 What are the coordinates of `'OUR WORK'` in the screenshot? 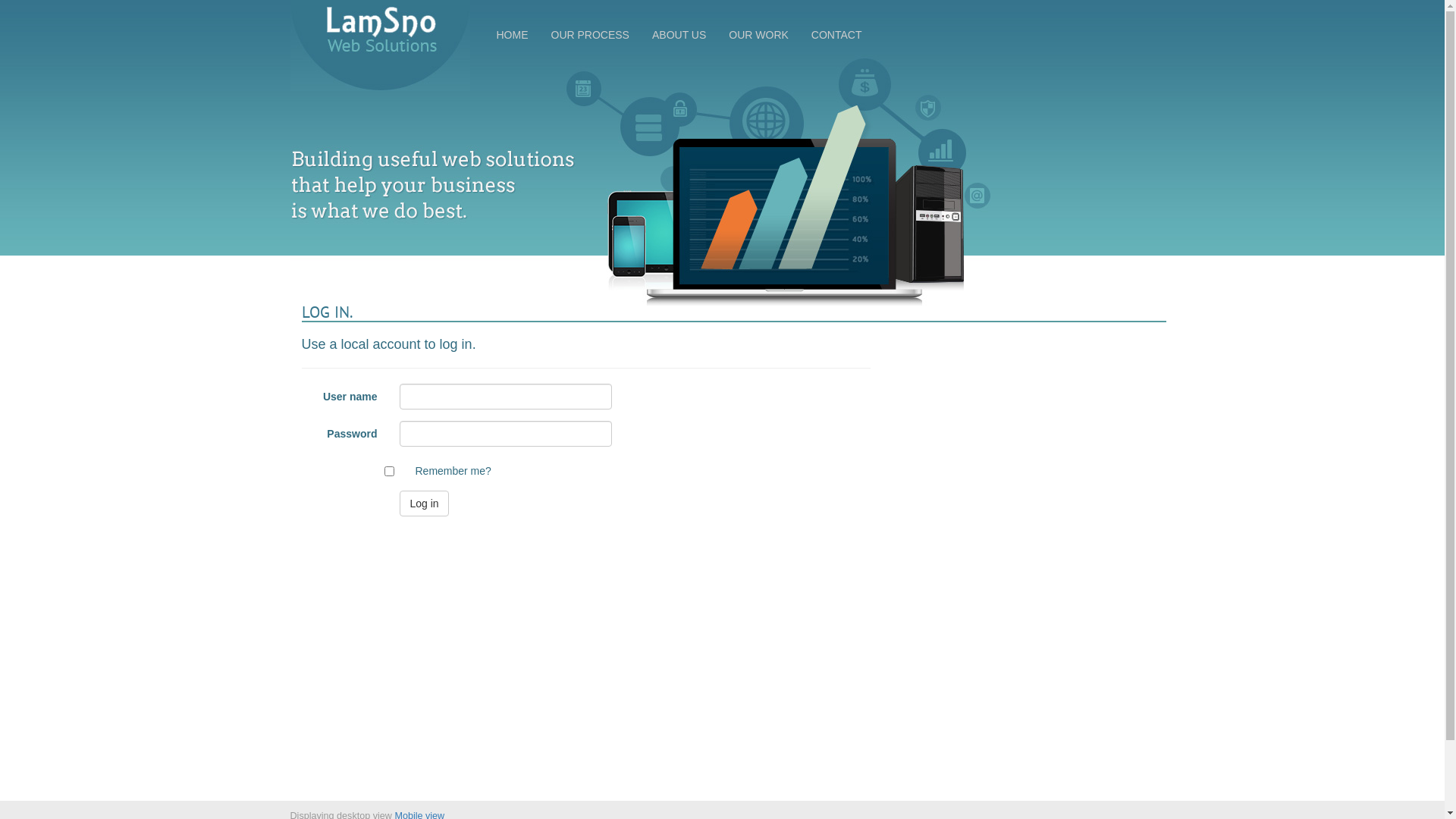 It's located at (758, 34).